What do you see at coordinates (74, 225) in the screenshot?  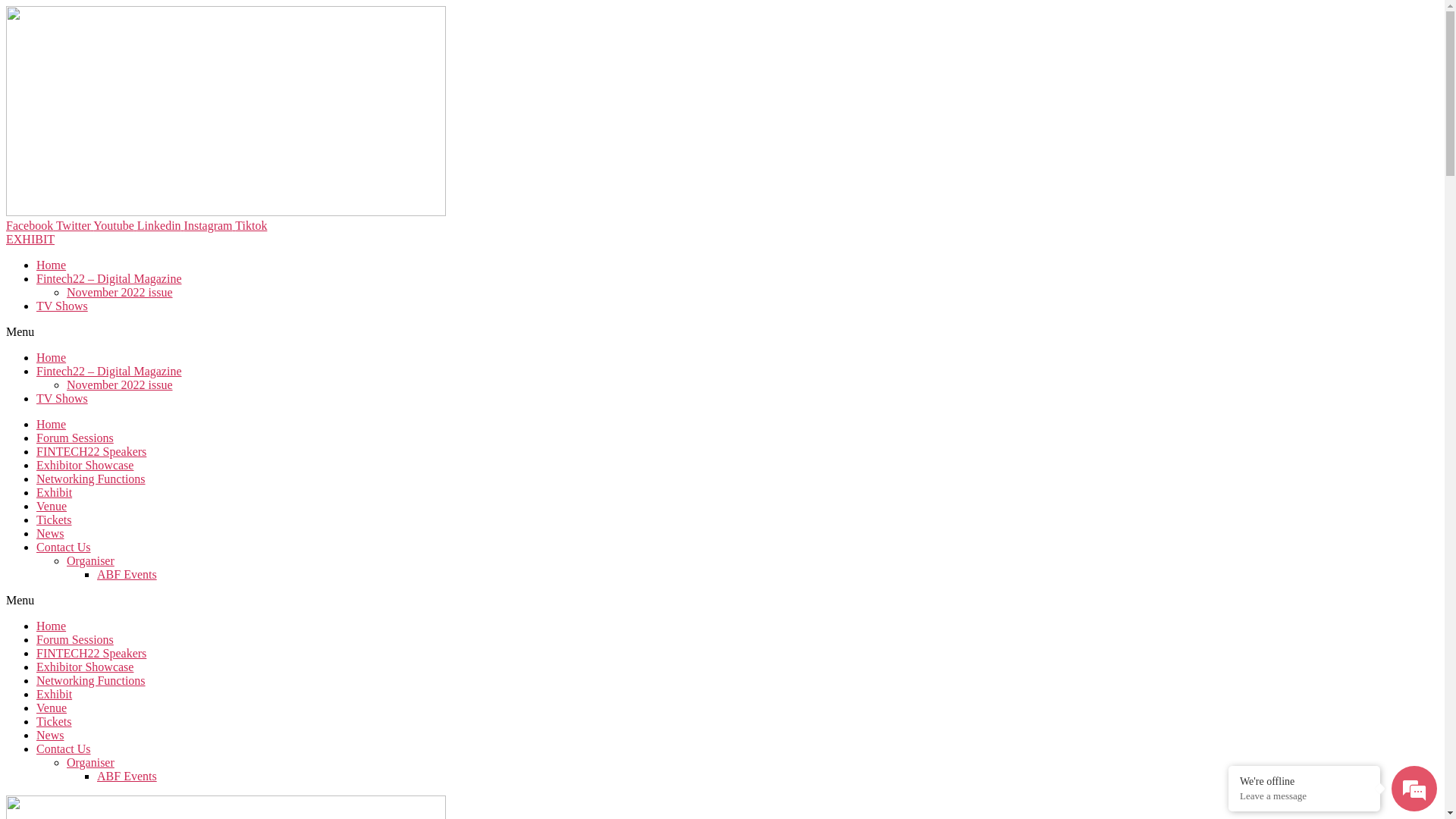 I see `'Twitter'` at bounding box center [74, 225].